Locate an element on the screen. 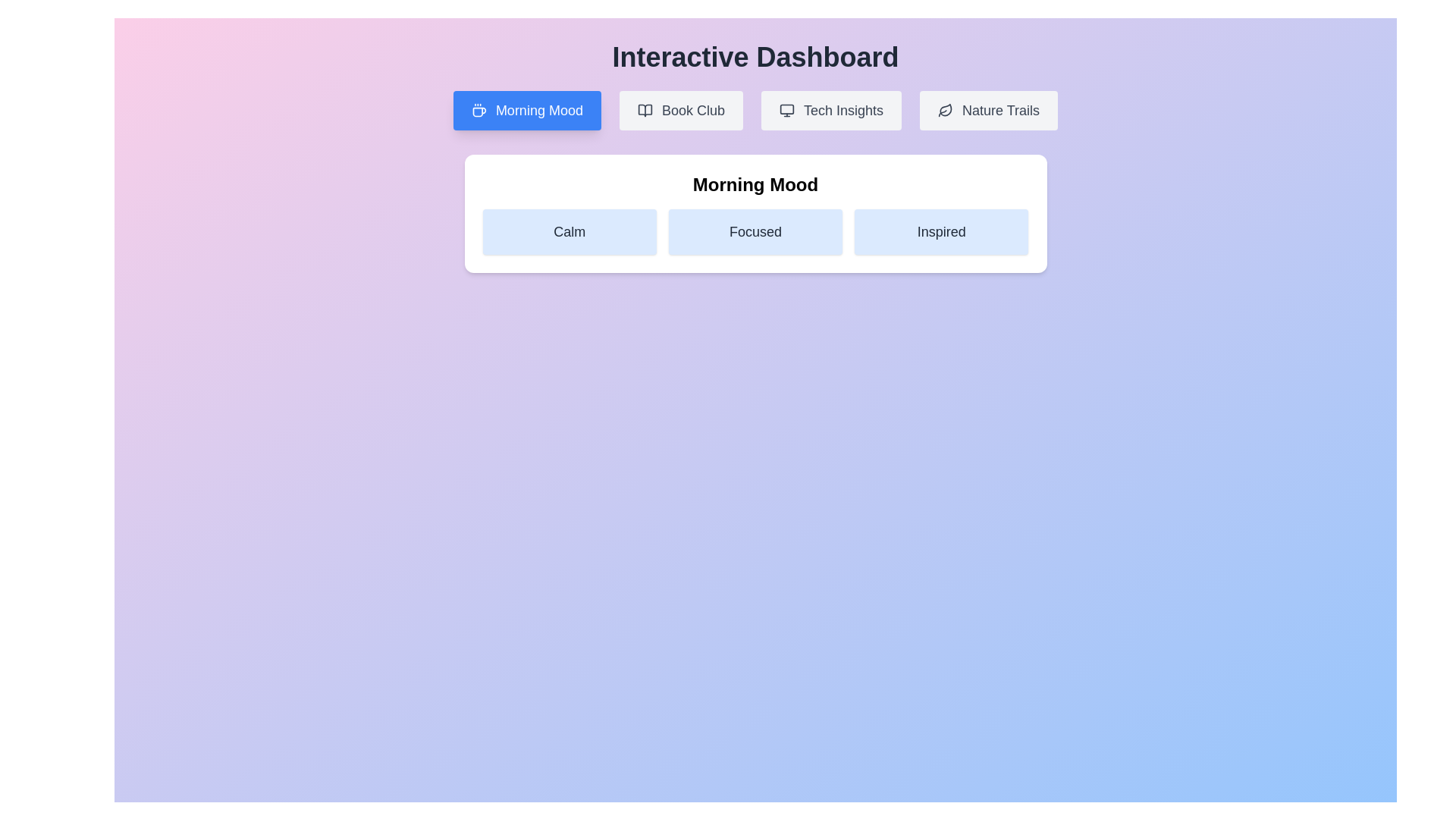 This screenshot has width=1456, height=819. the decorative icon located to the left of the text label inside the 'Tech Insights' button, which enhances its visual appeal is located at coordinates (786, 110).